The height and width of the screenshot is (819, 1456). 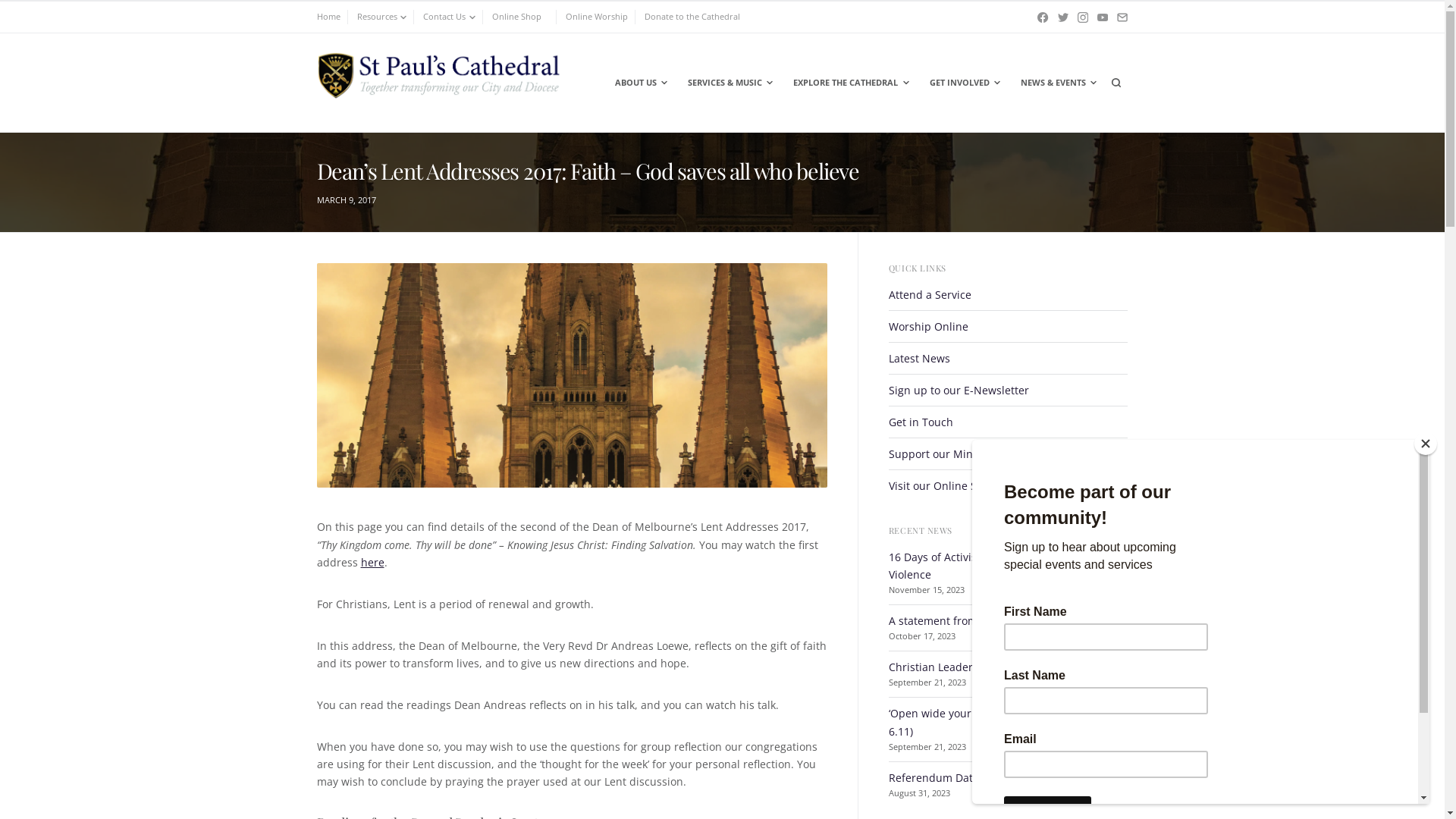 I want to click on 'Youtube', so click(x=1097, y=17).